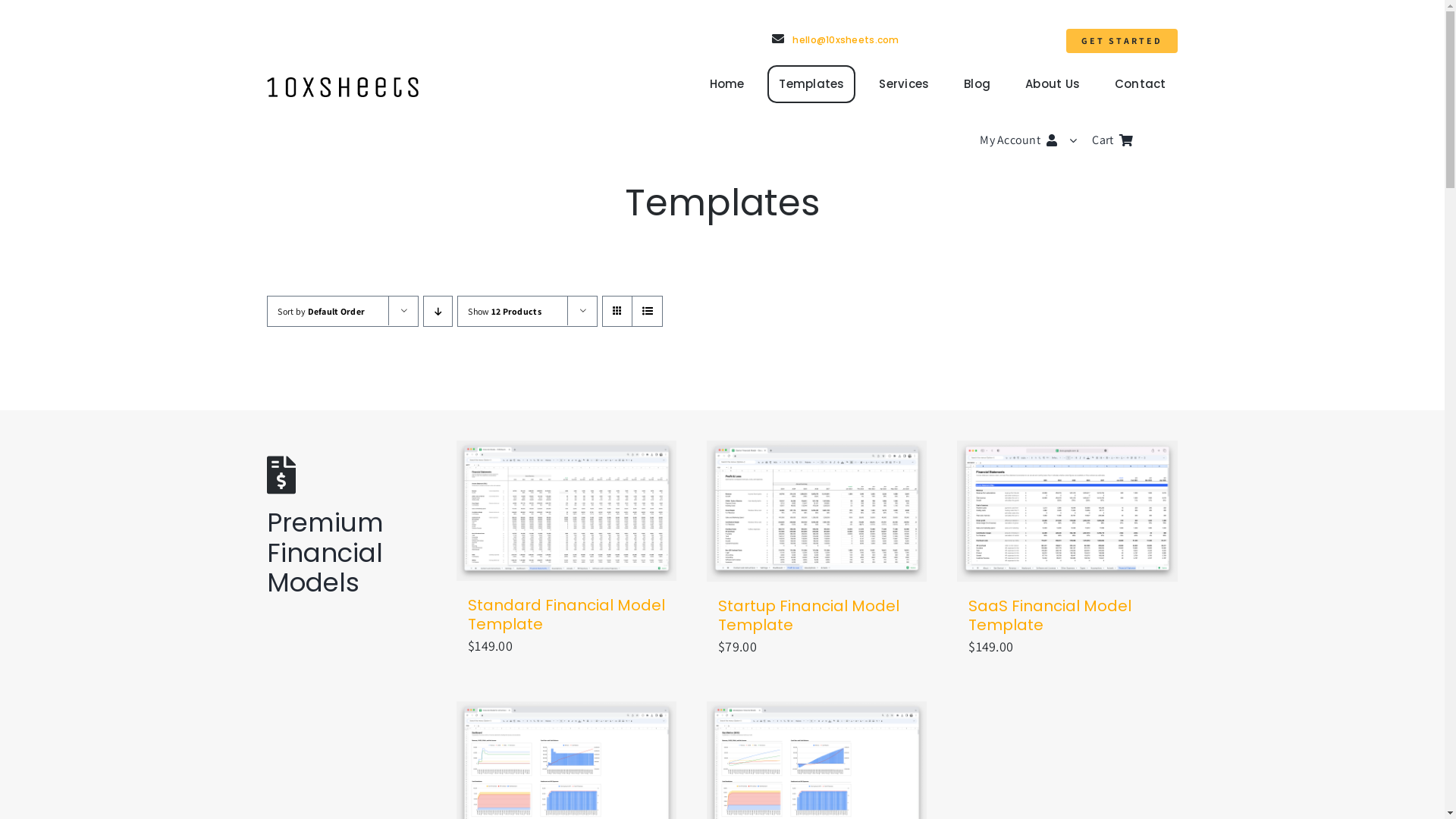 The image size is (1456, 819). Describe the element at coordinates (835, 39) in the screenshot. I see `'hello@10xsheets.com'` at that location.